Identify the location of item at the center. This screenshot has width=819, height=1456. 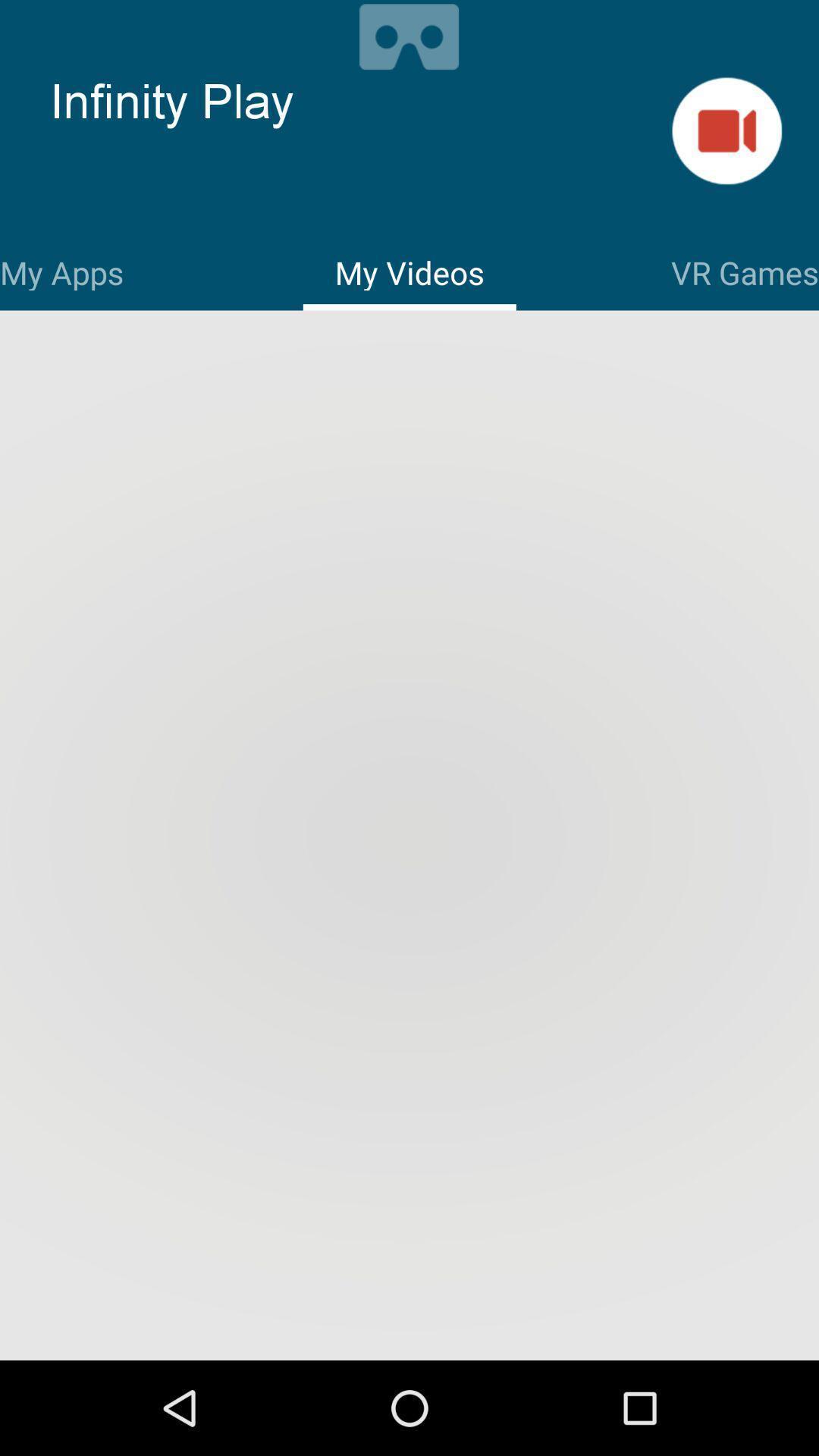
(409, 836).